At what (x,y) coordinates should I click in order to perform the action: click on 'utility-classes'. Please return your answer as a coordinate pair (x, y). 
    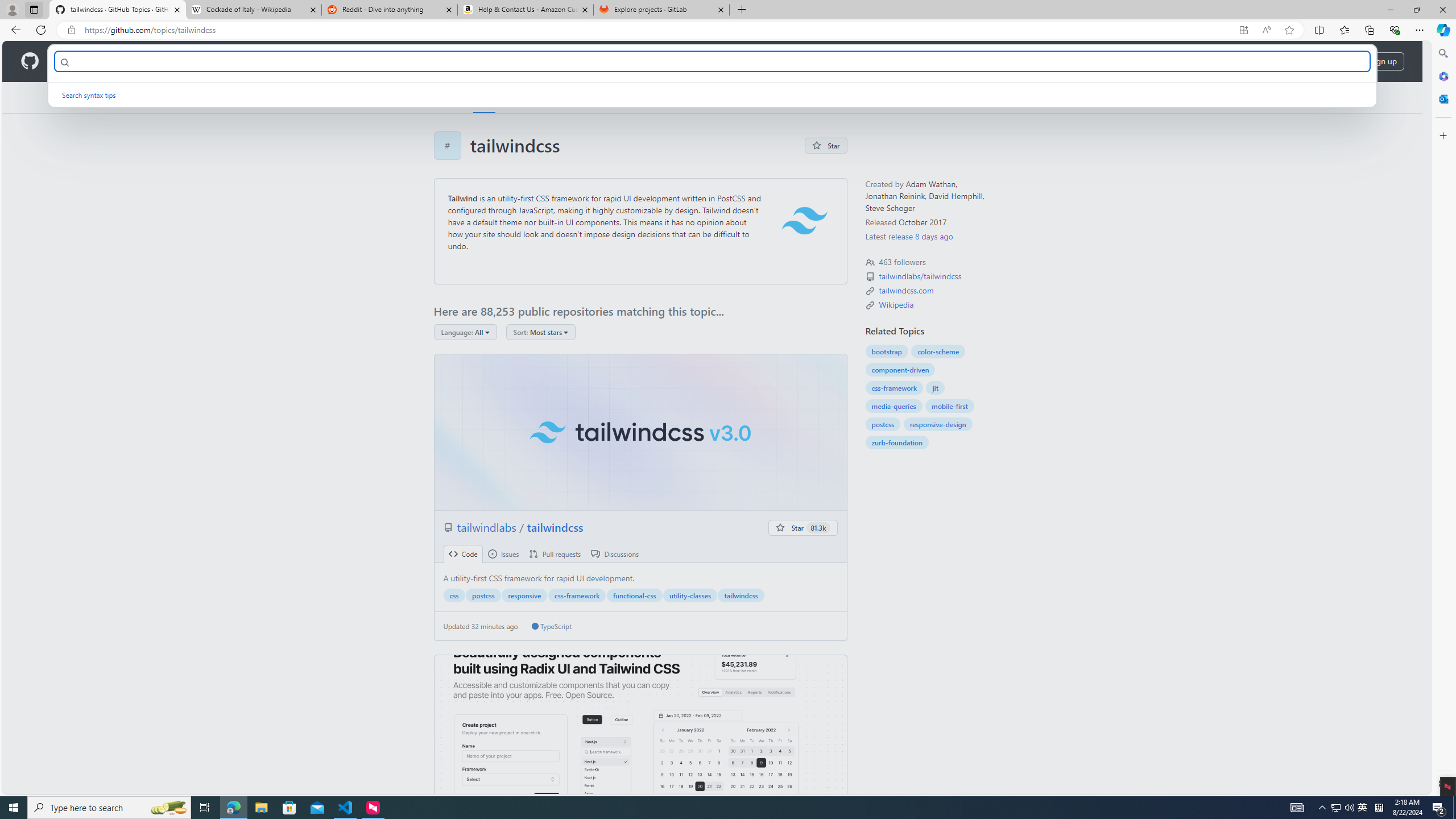
    Looking at the image, I should click on (689, 594).